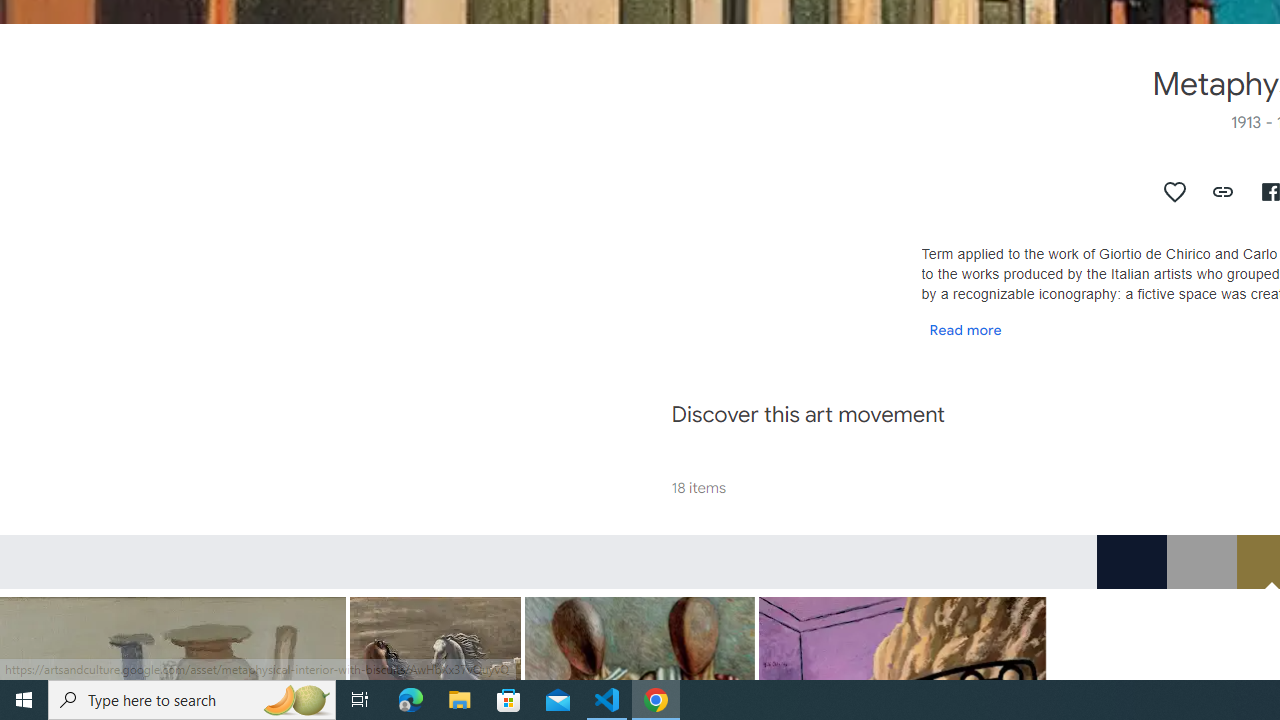 This screenshot has height=720, width=1280. I want to click on 'Authenticate to favorite this asset.', so click(1175, 191).